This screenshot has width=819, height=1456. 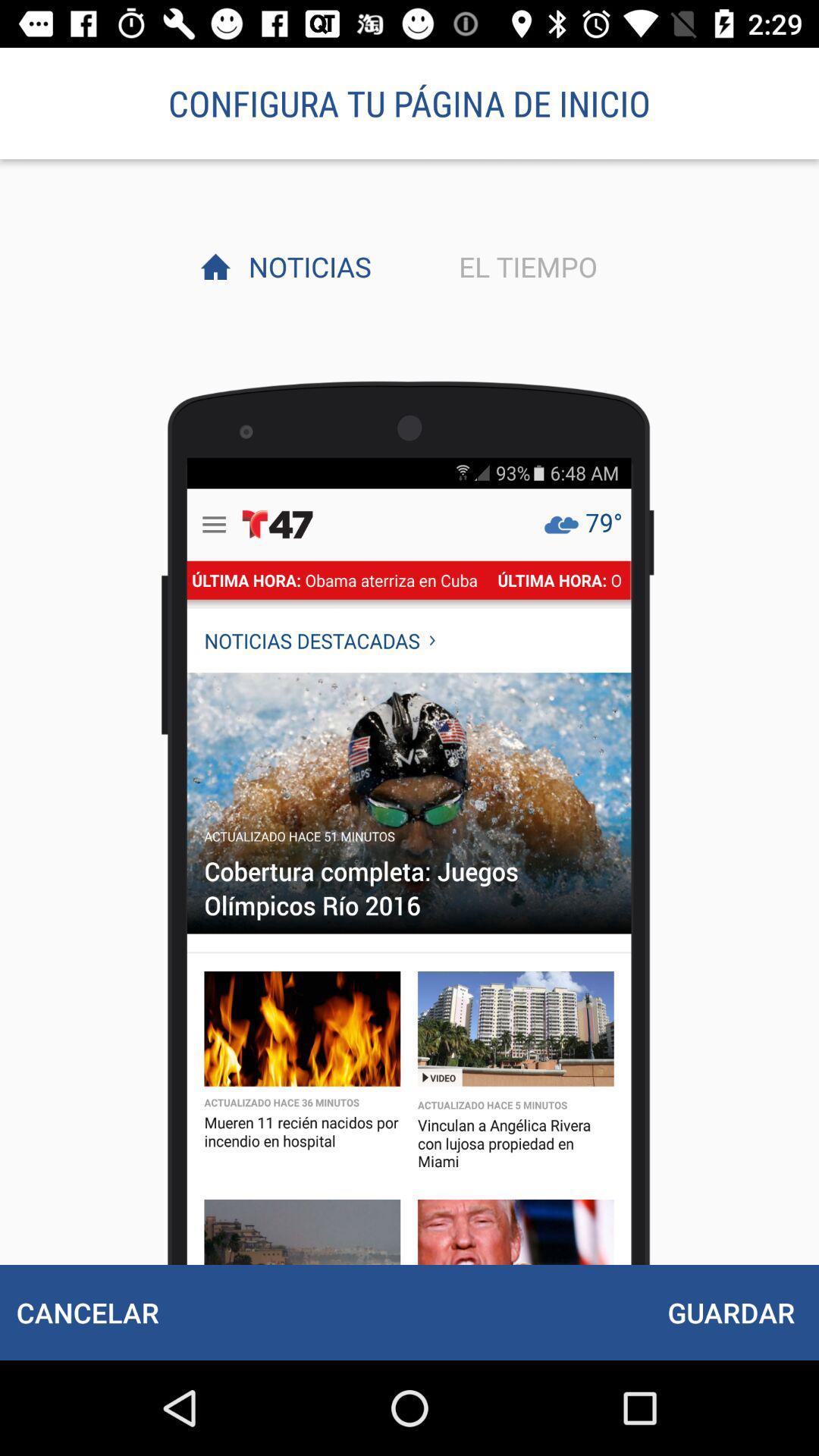 I want to click on the icon to the left of the el tiempo icon, so click(x=306, y=266).